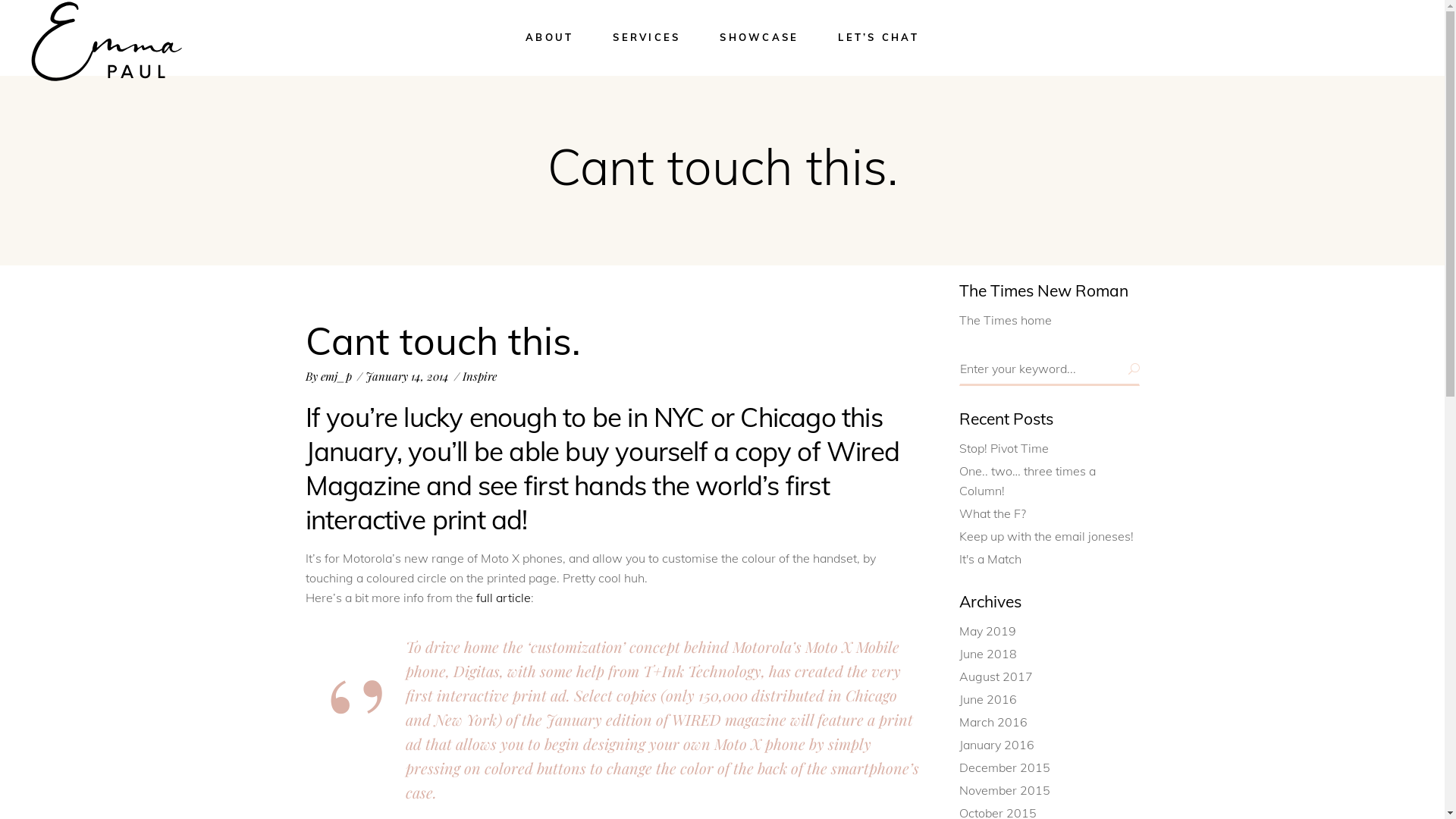  Describe the element at coordinates (987, 698) in the screenshot. I see `'June 2016'` at that location.